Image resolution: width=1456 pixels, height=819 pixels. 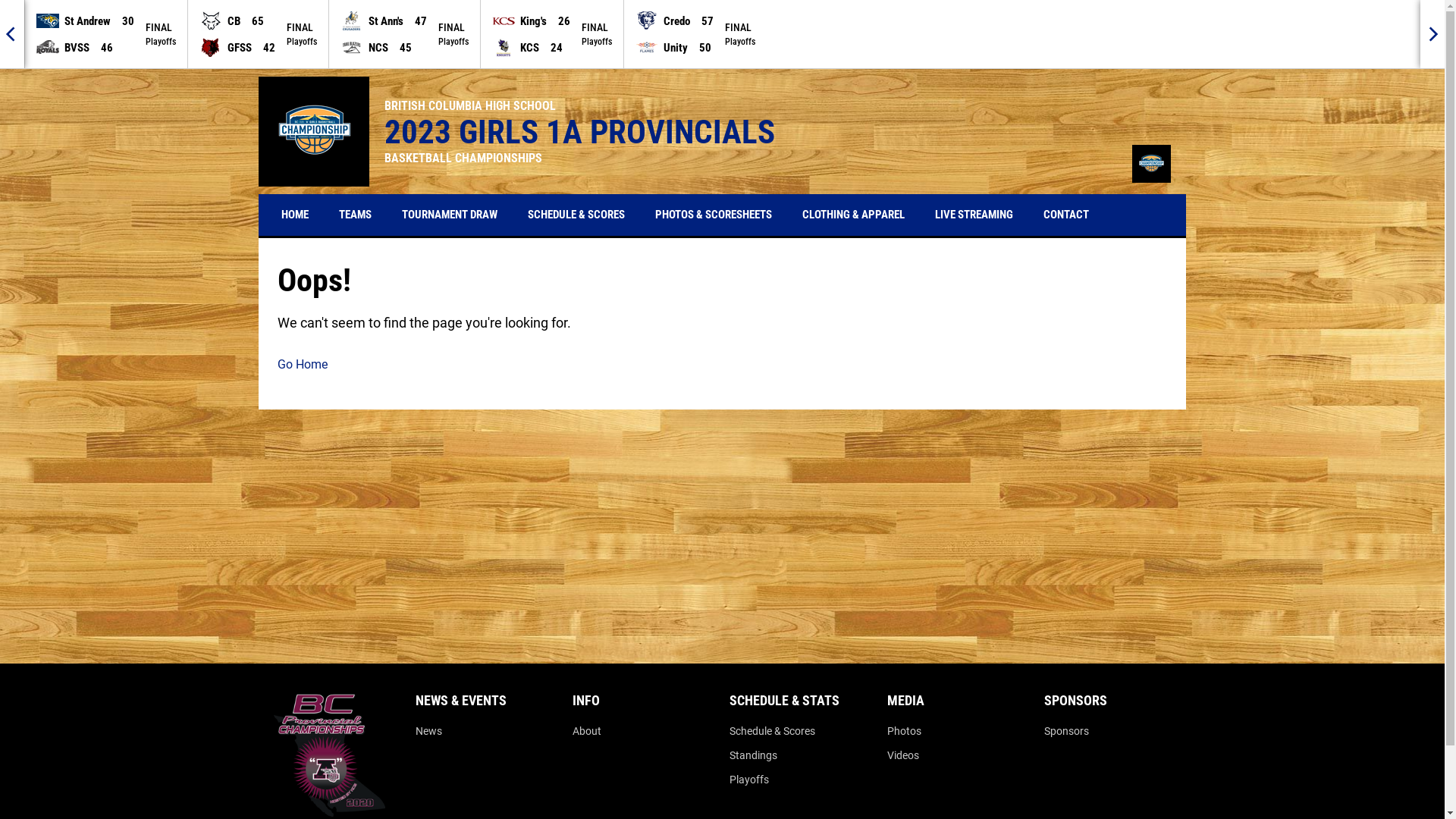 I want to click on 'Sponsors', so click(x=1065, y=730).